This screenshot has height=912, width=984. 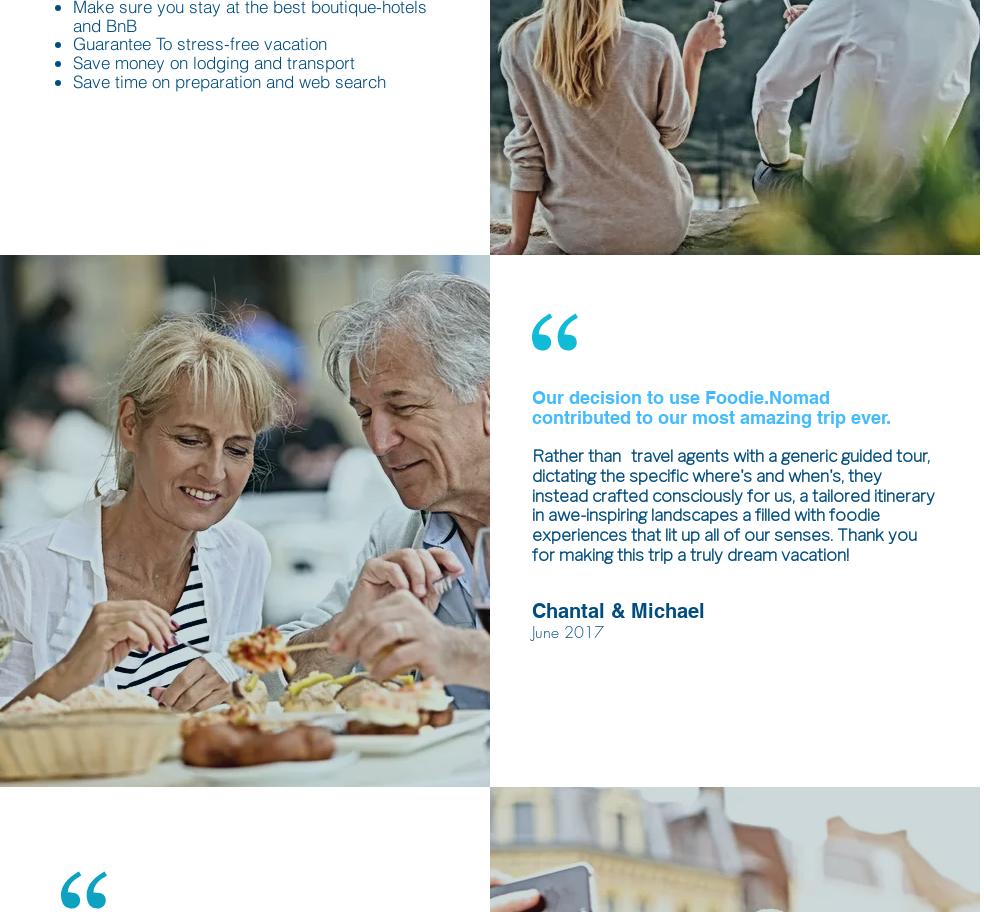 What do you see at coordinates (733, 504) in the screenshot?
I see `'travel agents with a generic guided tour, dictating the specific where's and when's, they instead crafted consciously for us, a tailored itinerary in awe-inspiring landscapes a filled with foodie experiences that lit up all of our senses. Thank you for making this trip a truly dream vacation!'` at bounding box center [733, 504].